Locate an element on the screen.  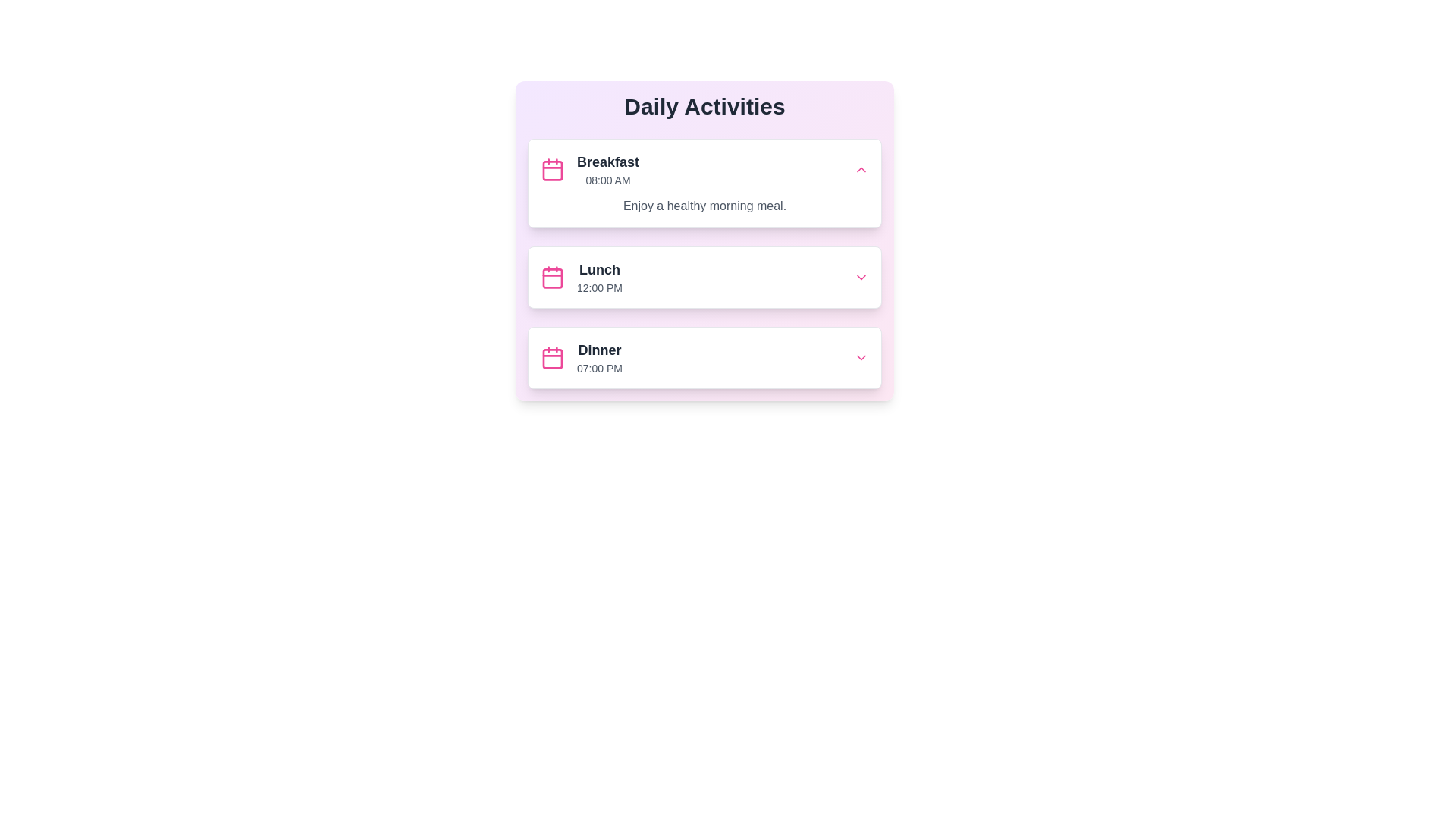
the Text Block displaying the title and time for a daily activity, located in the 'Daily Activities' panel, first row, to the right of the pink calendar icon is located at coordinates (607, 169).